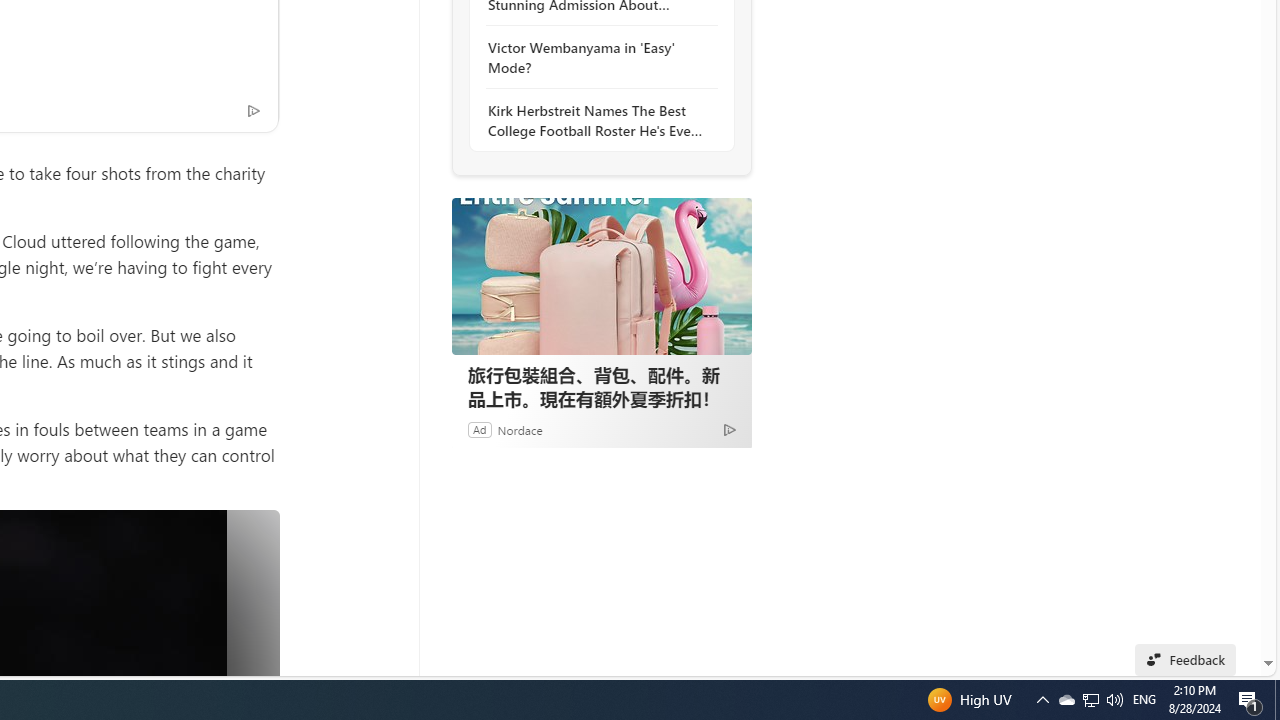  Describe the element at coordinates (595, 56) in the screenshot. I see `'Victor Wembanyama in '` at that location.